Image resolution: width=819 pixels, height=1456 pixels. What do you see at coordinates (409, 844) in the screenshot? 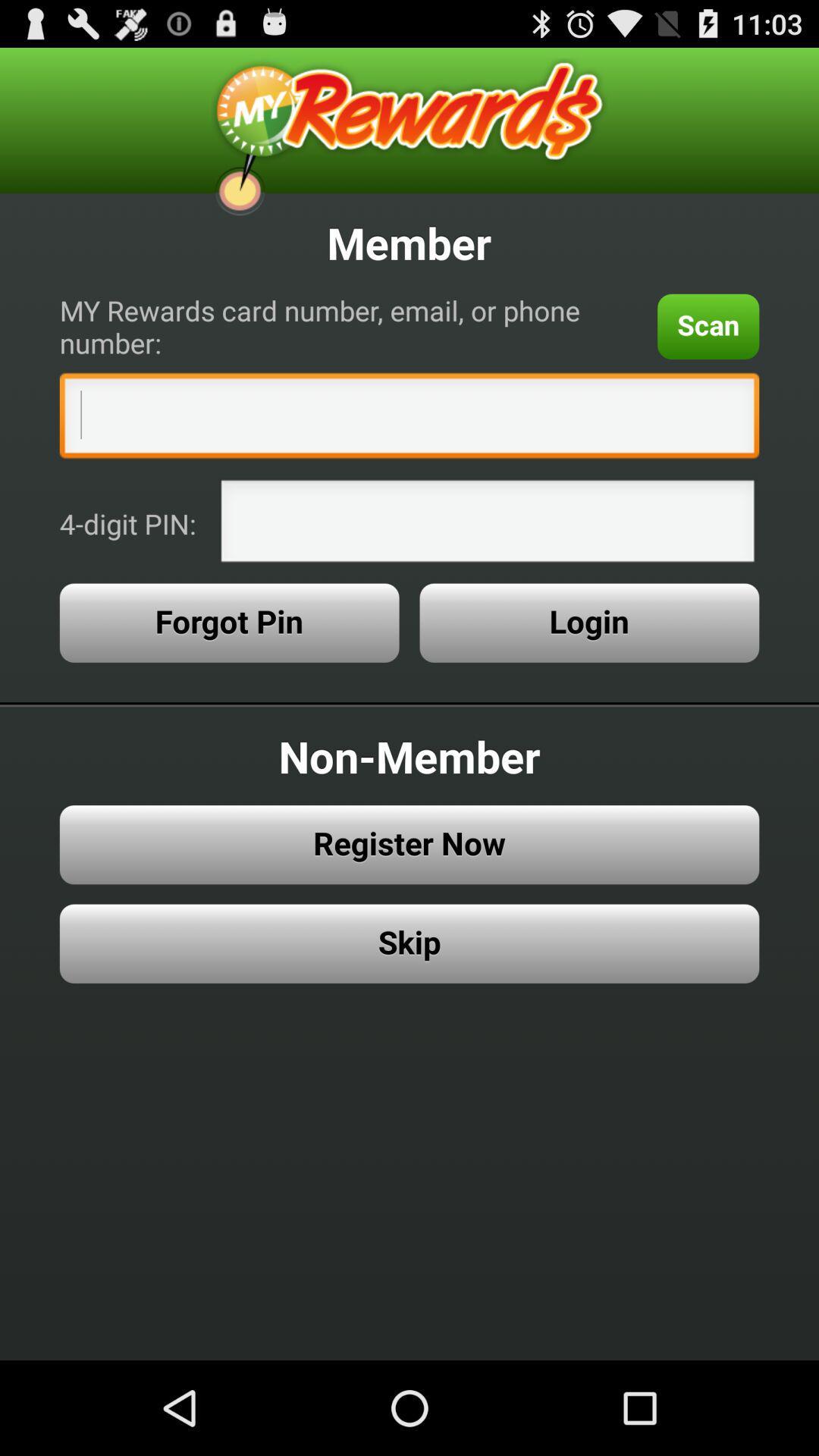
I see `register now button` at bounding box center [409, 844].